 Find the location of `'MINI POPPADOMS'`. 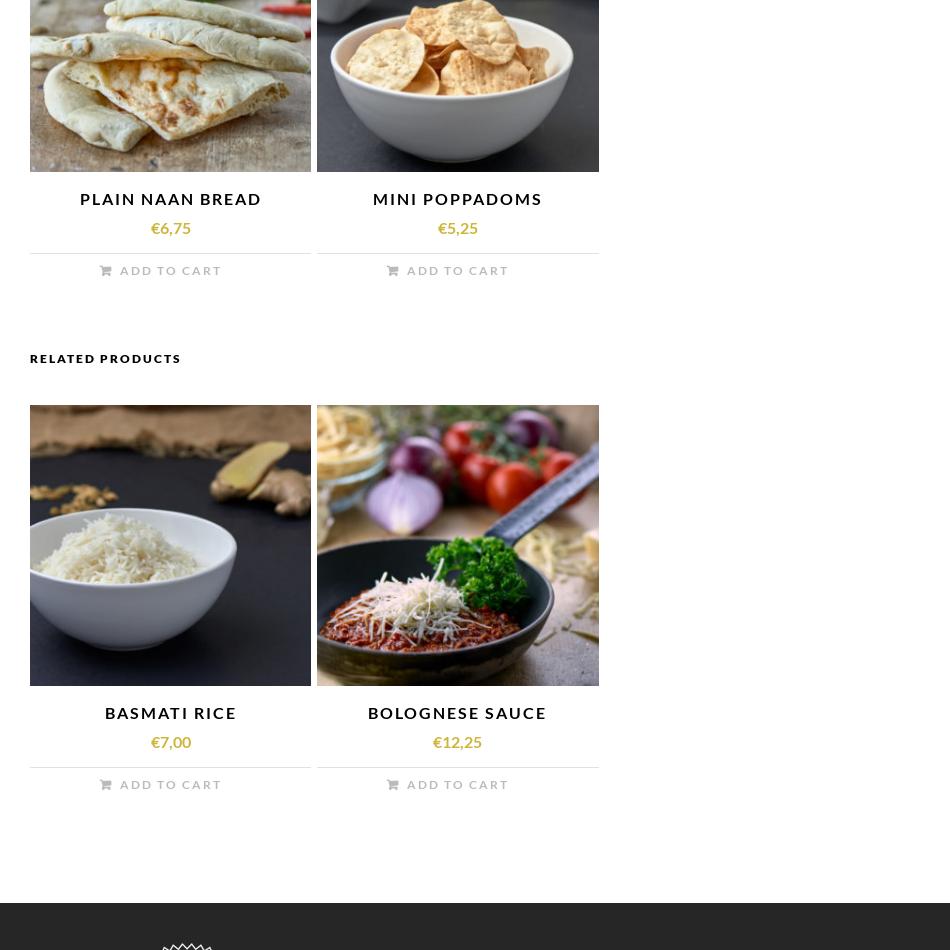

'MINI POPPADOMS' is located at coordinates (456, 197).